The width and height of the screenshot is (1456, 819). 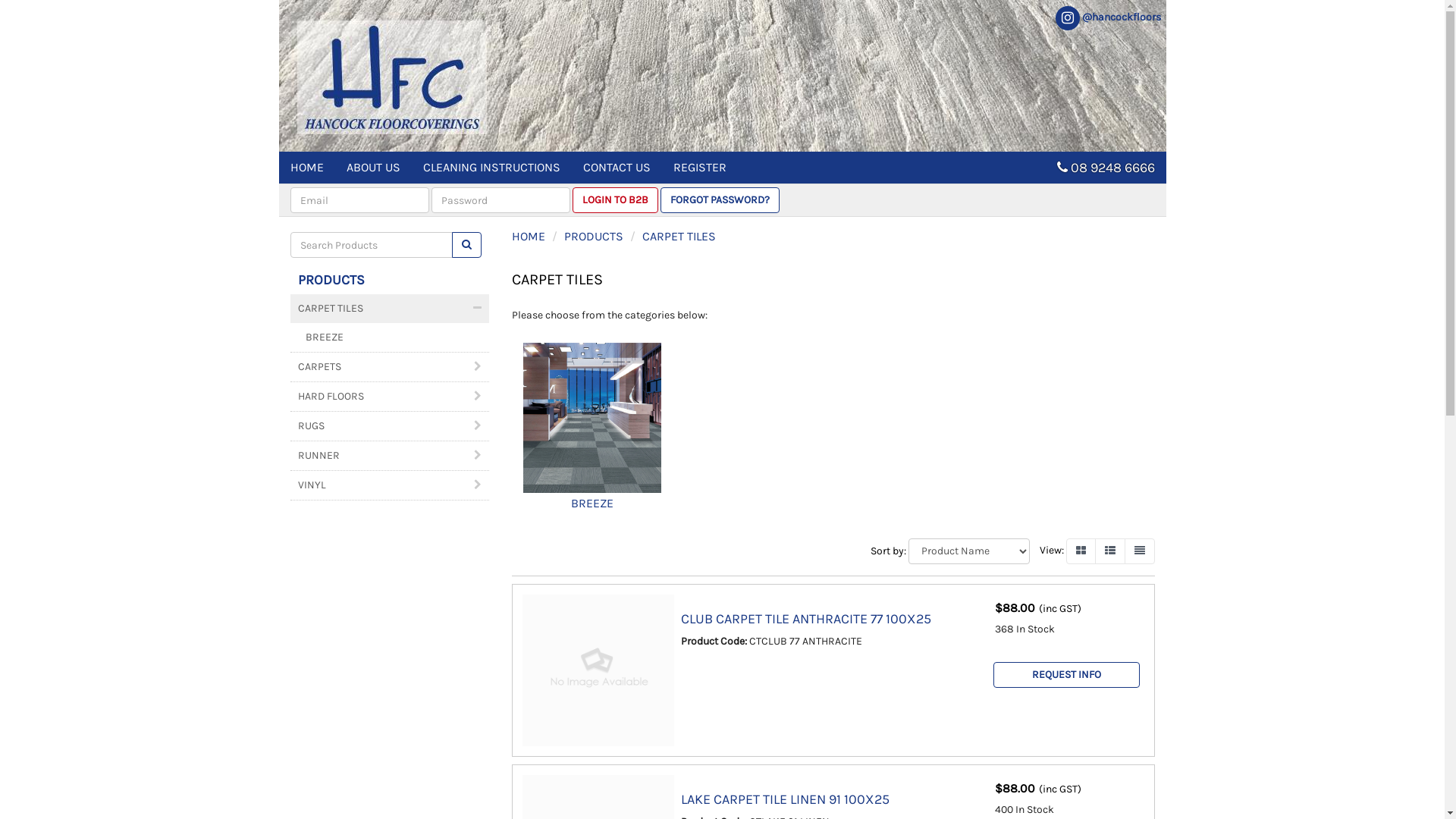 I want to click on 'Request Info', so click(x=993, y=674).